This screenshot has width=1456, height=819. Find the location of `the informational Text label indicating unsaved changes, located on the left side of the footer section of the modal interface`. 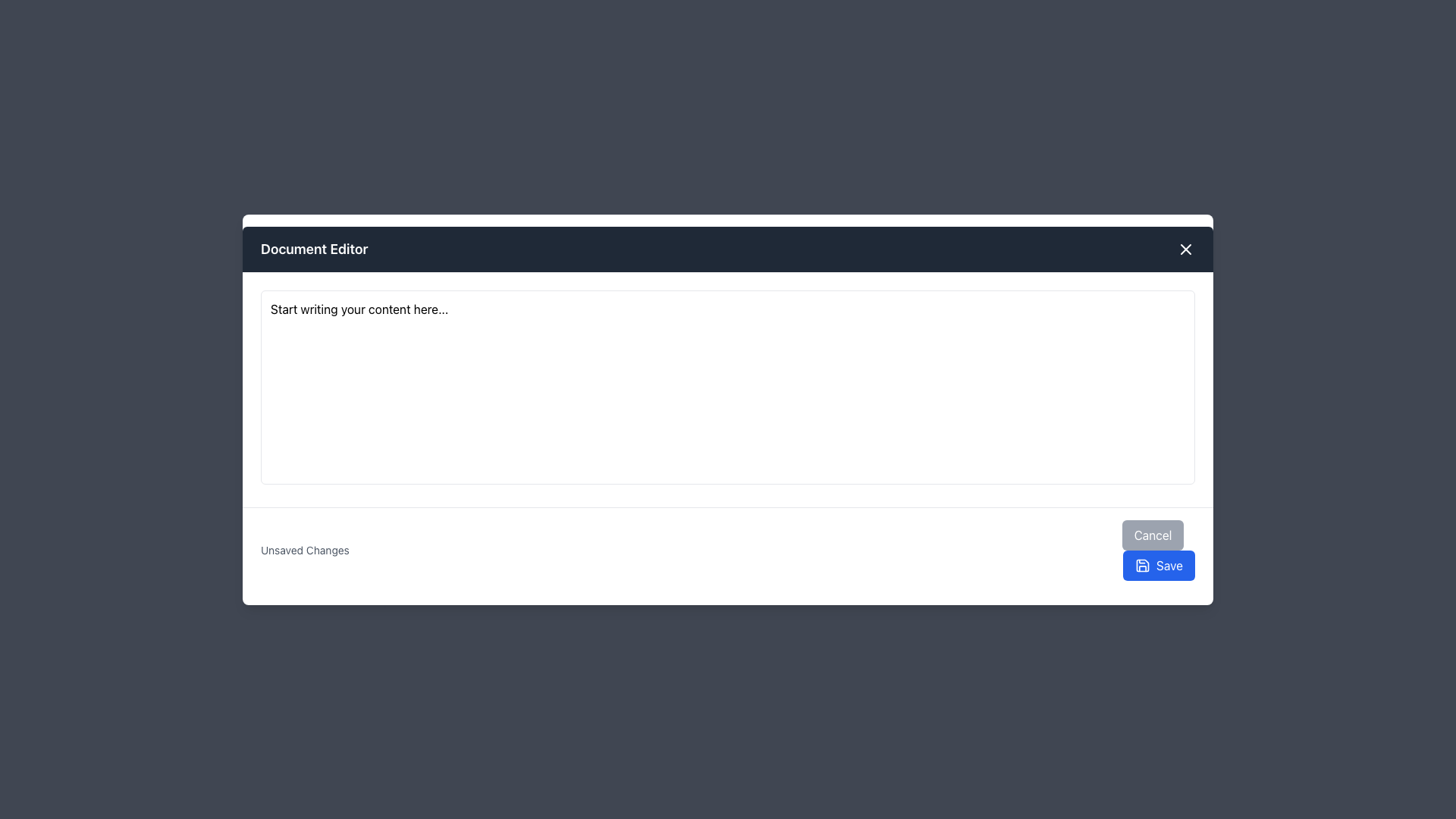

the informational Text label indicating unsaved changes, located on the left side of the footer section of the modal interface is located at coordinates (304, 550).